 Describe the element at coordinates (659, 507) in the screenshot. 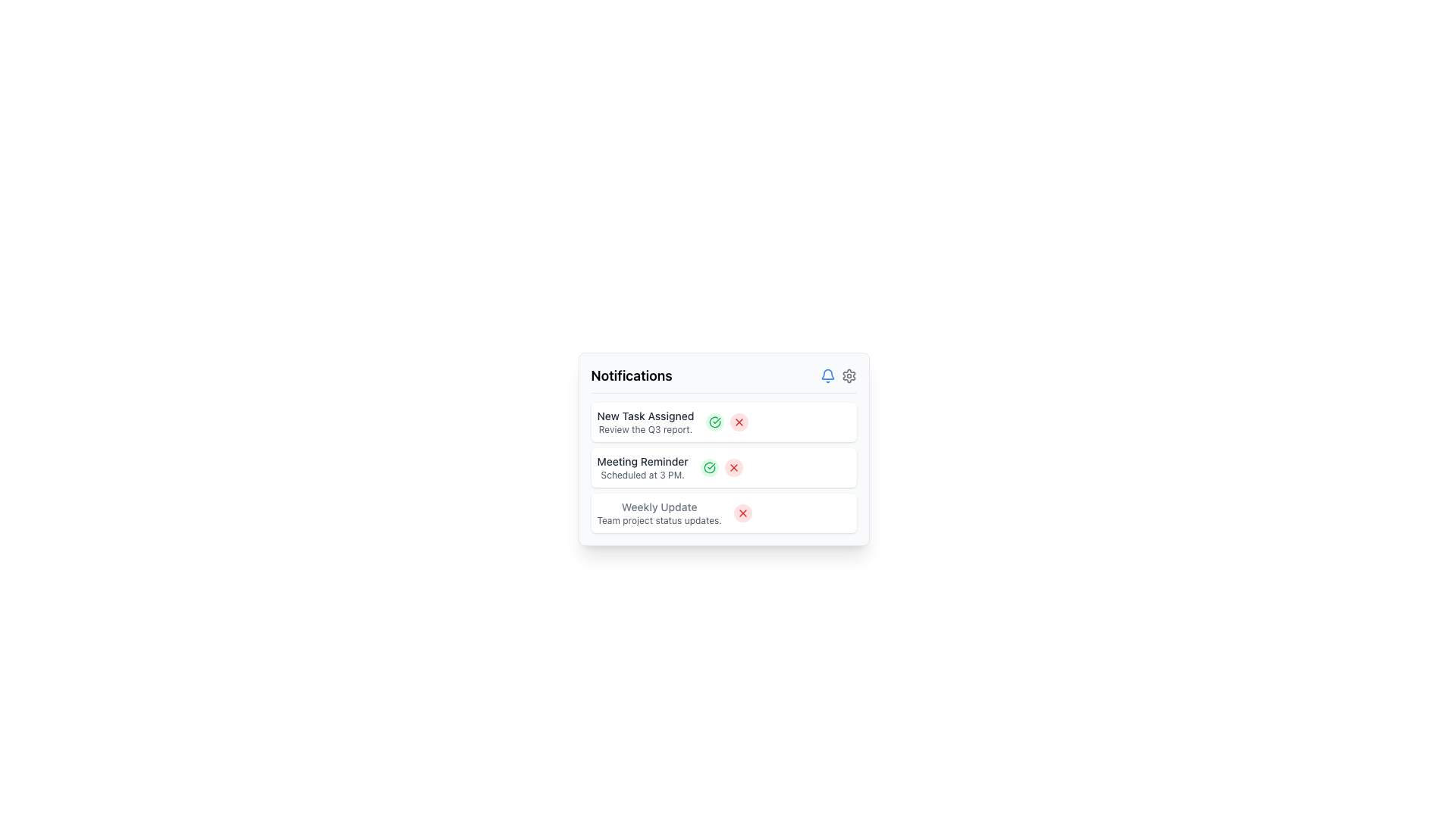

I see `text from the header of the third notification block titled 'Notifications', which describes the topic of the notification about 'Team project status updates'` at that location.